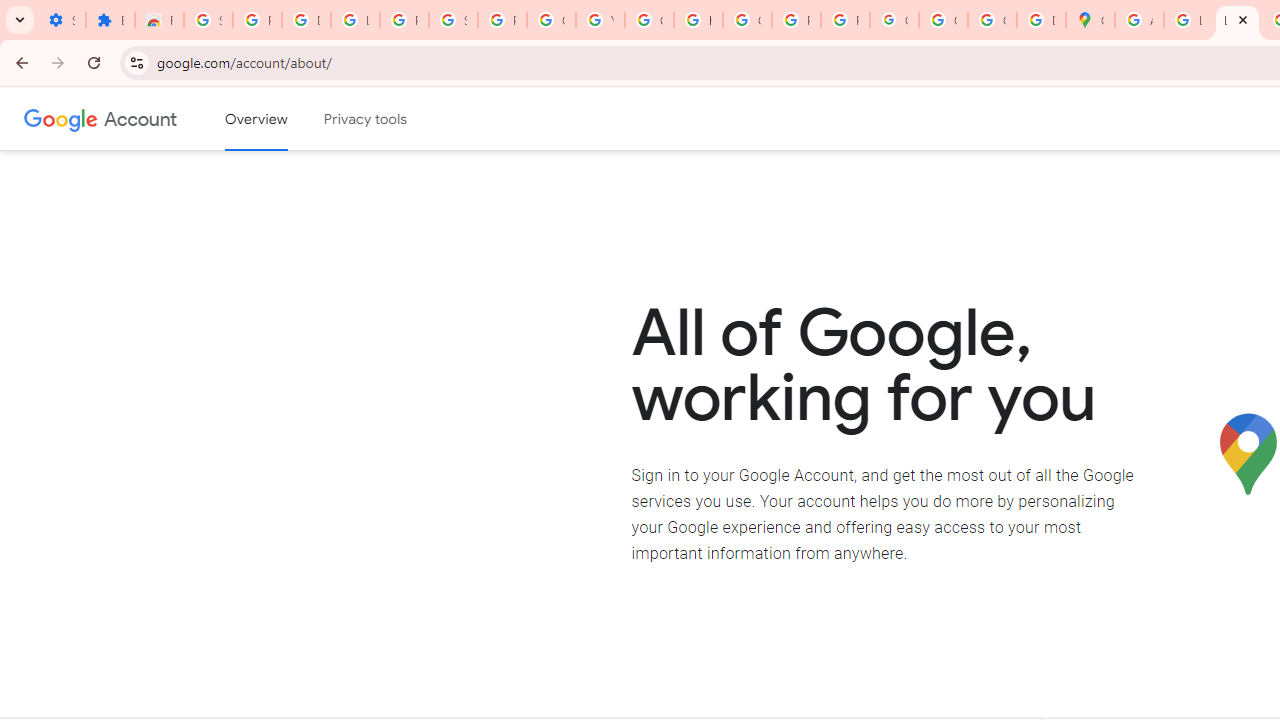 The image size is (1280, 720). I want to click on 'Sign in - Google Accounts', so click(208, 20).